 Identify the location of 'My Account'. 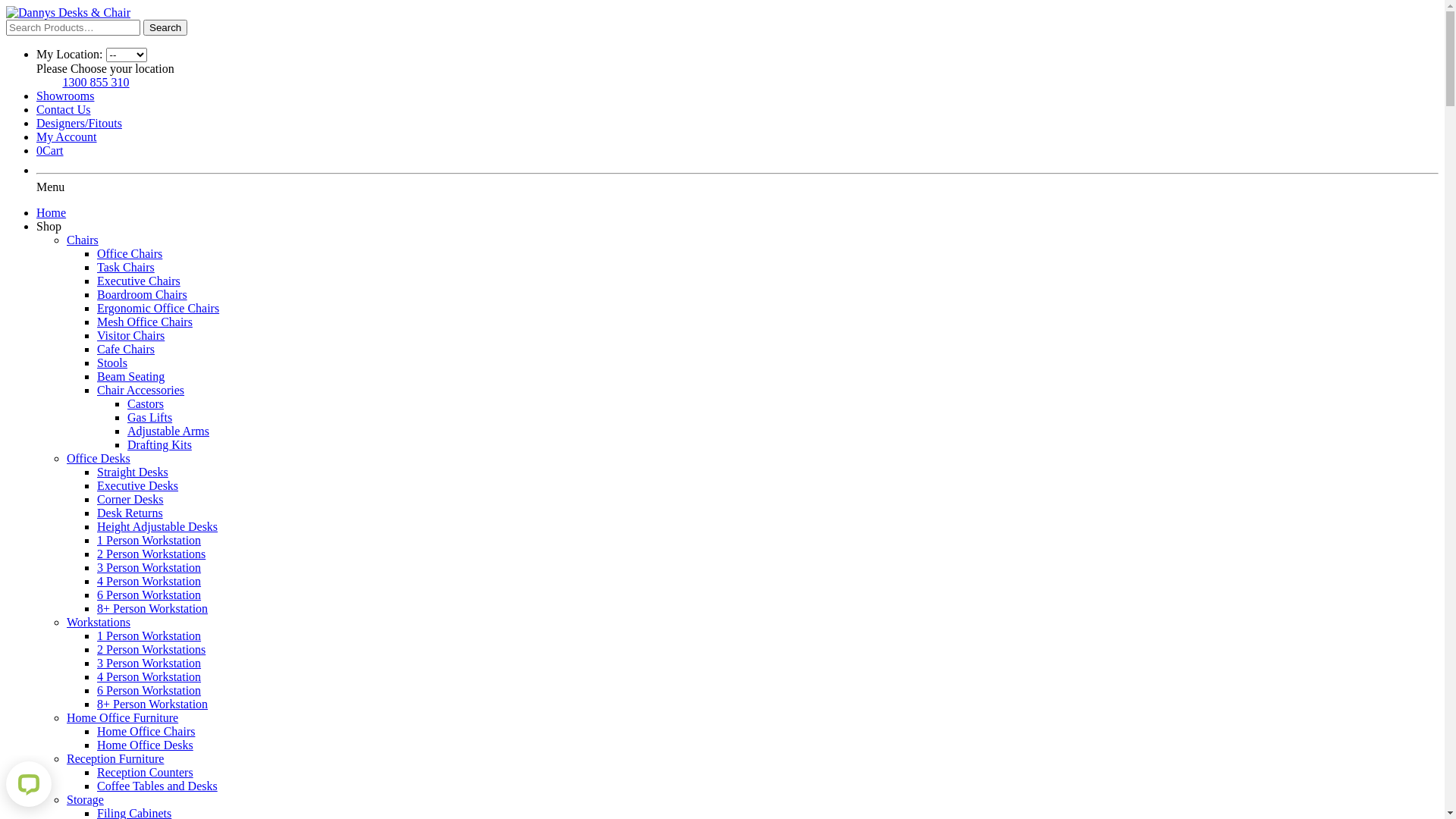
(36, 136).